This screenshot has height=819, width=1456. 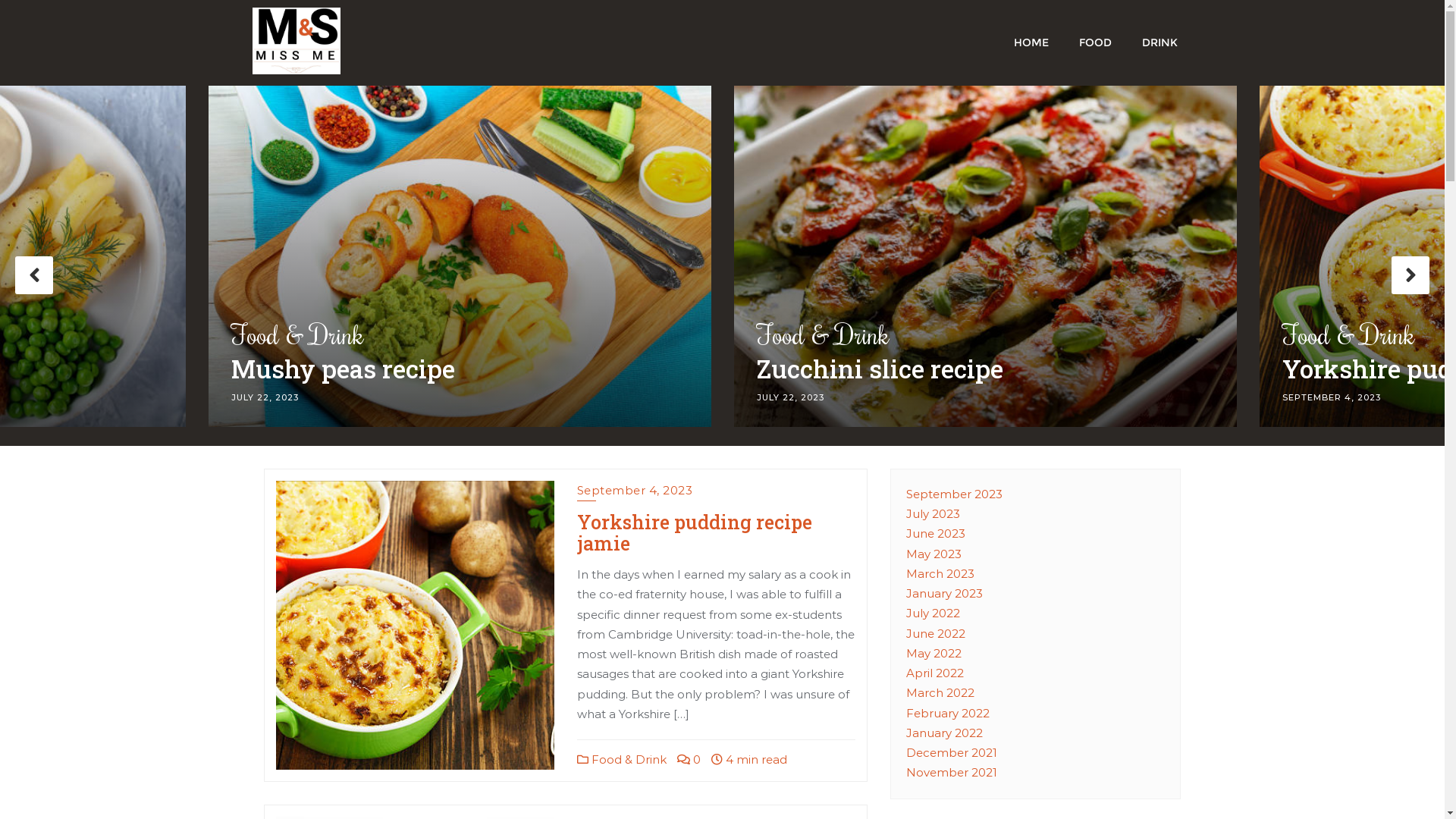 I want to click on 'May 2022', so click(x=933, y=652).